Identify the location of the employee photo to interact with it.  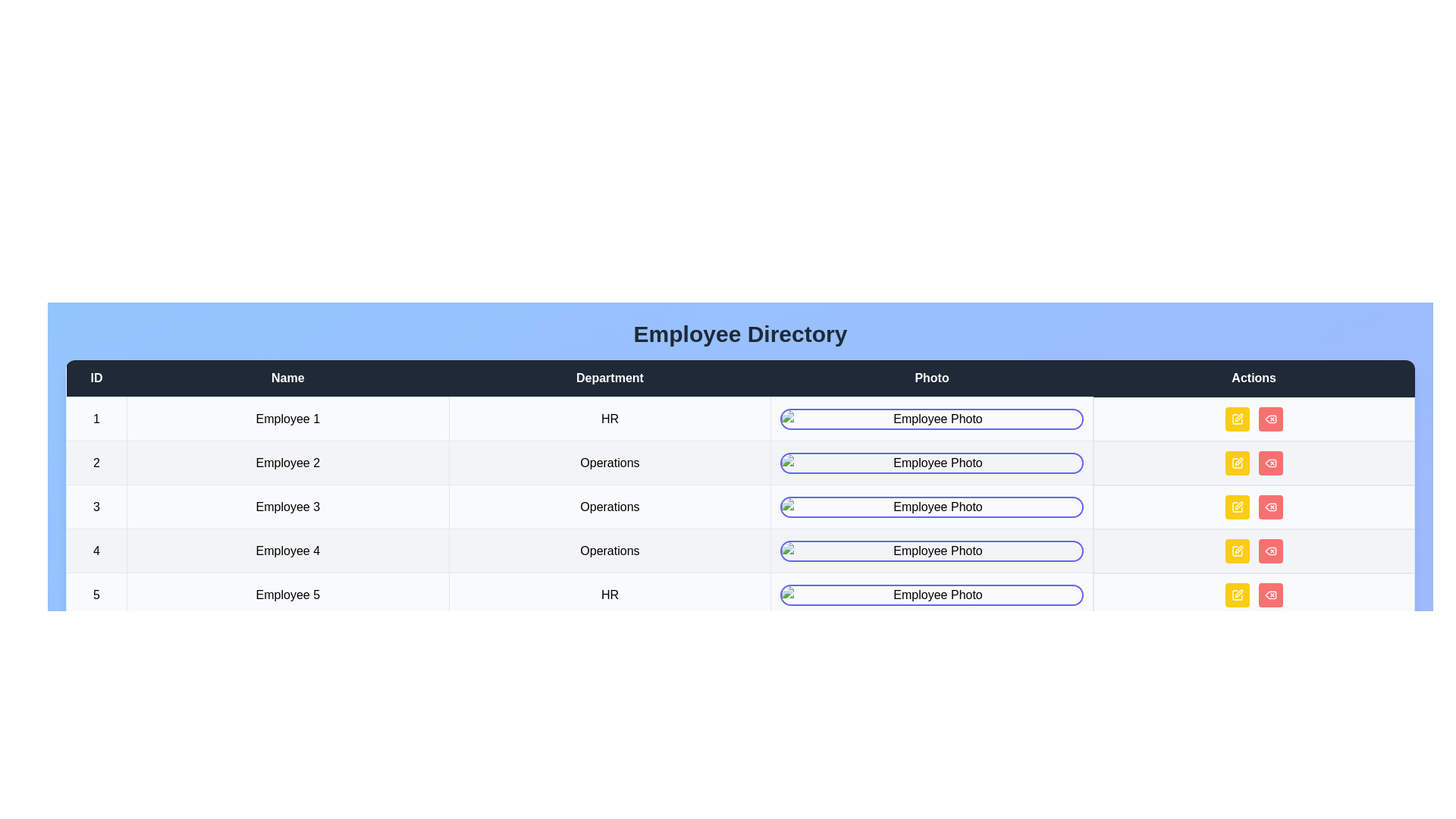
(930, 418).